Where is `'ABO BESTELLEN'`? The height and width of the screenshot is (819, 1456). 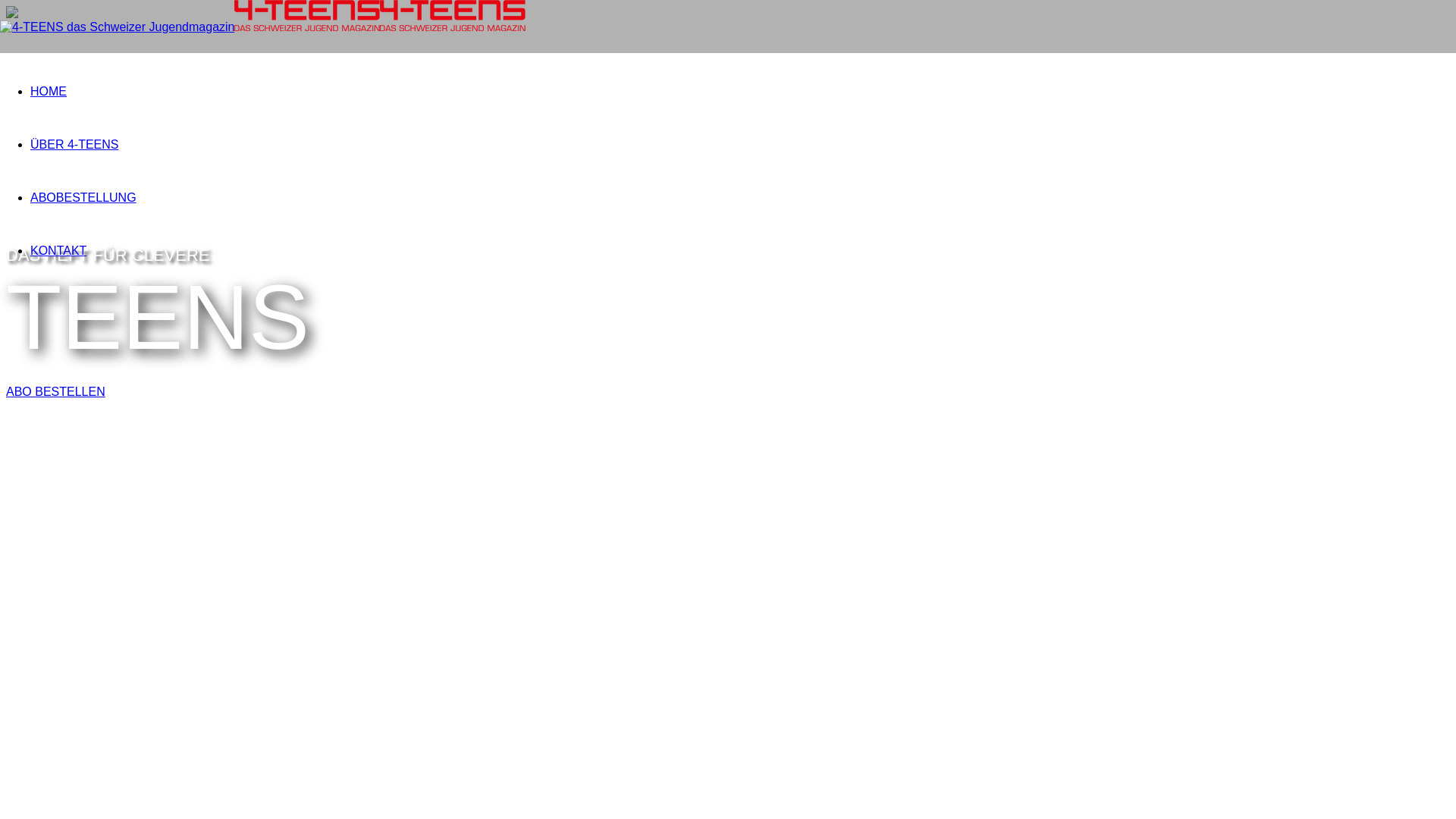
'ABO BESTELLEN' is located at coordinates (55, 391).